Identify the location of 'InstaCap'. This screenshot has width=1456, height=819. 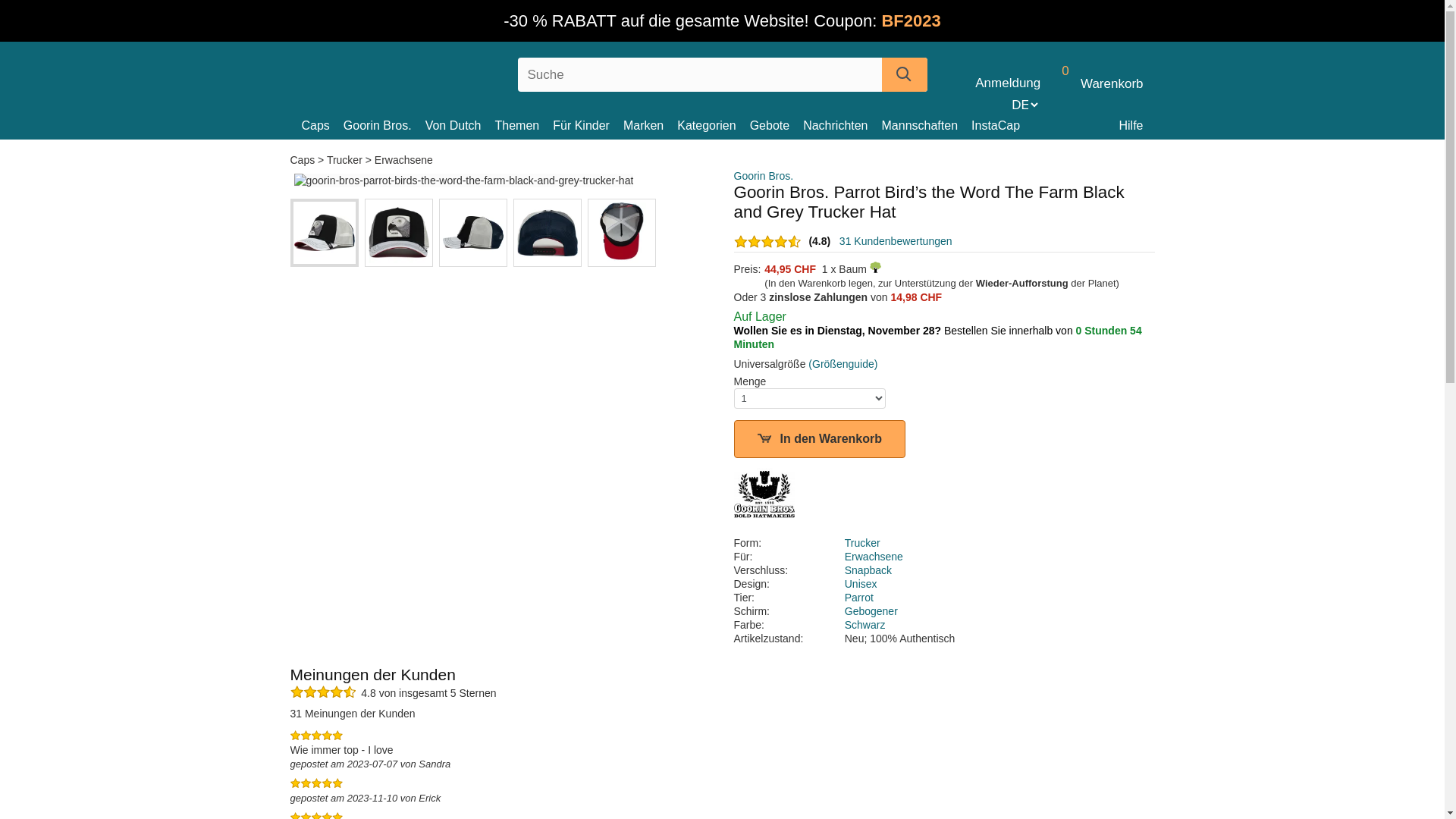
(1002, 124).